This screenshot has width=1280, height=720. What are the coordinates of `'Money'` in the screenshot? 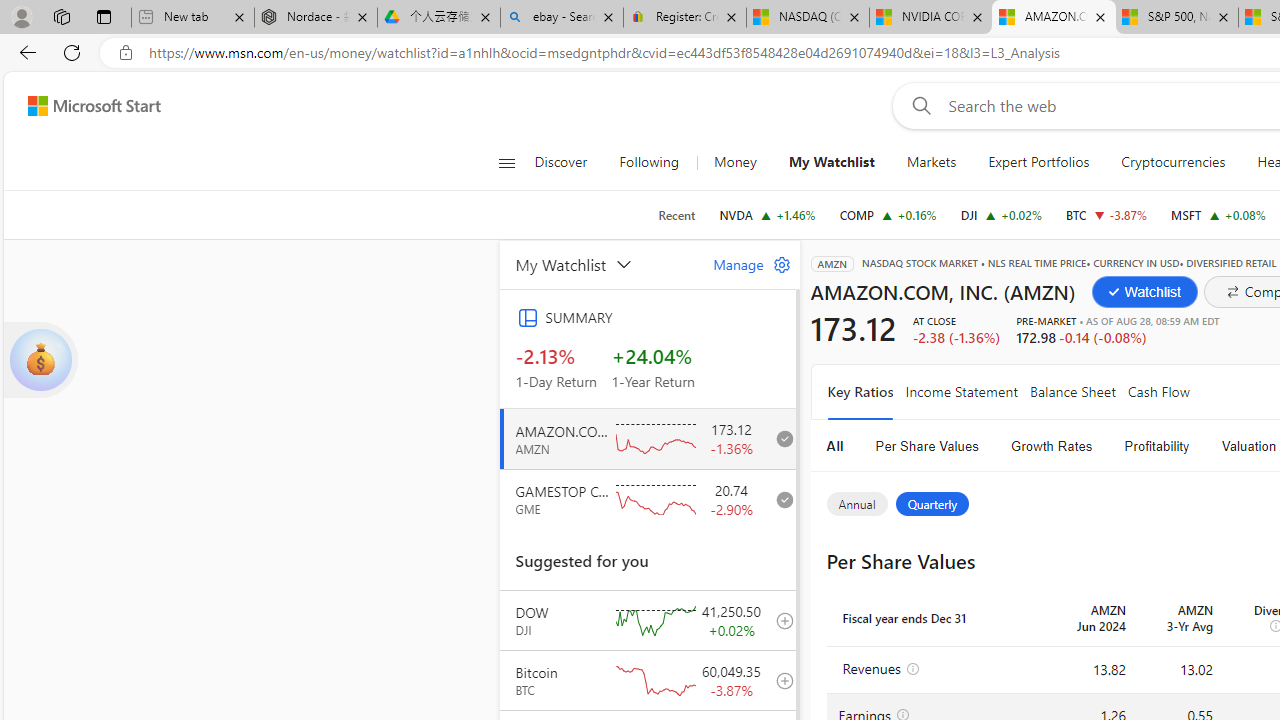 It's located at (733, 162).